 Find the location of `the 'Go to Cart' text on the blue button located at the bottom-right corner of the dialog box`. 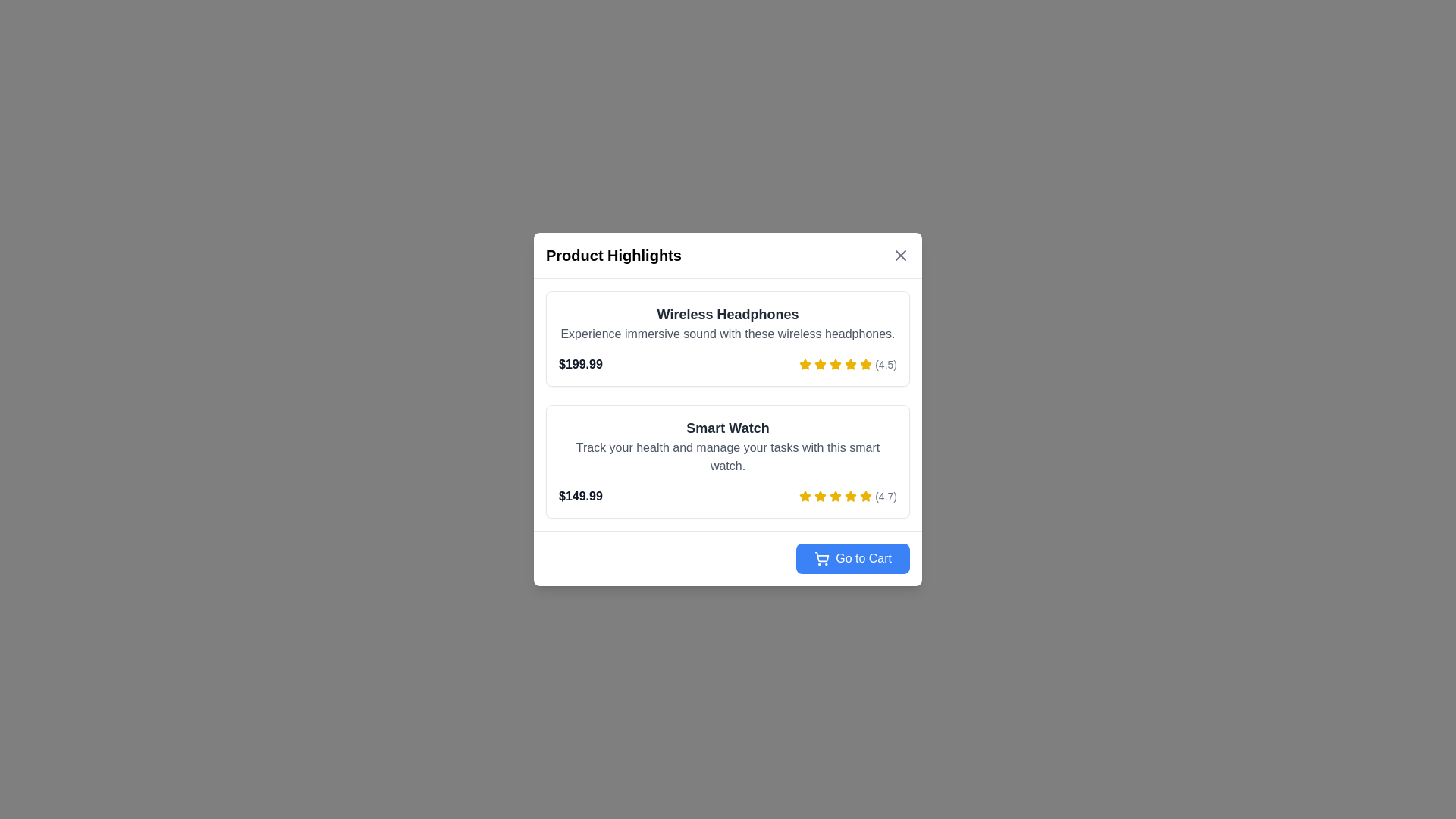

the 'Go to Cart' text on the blue button located at the bottom-right corner of the dialog box is located at coordinates (864, 558).